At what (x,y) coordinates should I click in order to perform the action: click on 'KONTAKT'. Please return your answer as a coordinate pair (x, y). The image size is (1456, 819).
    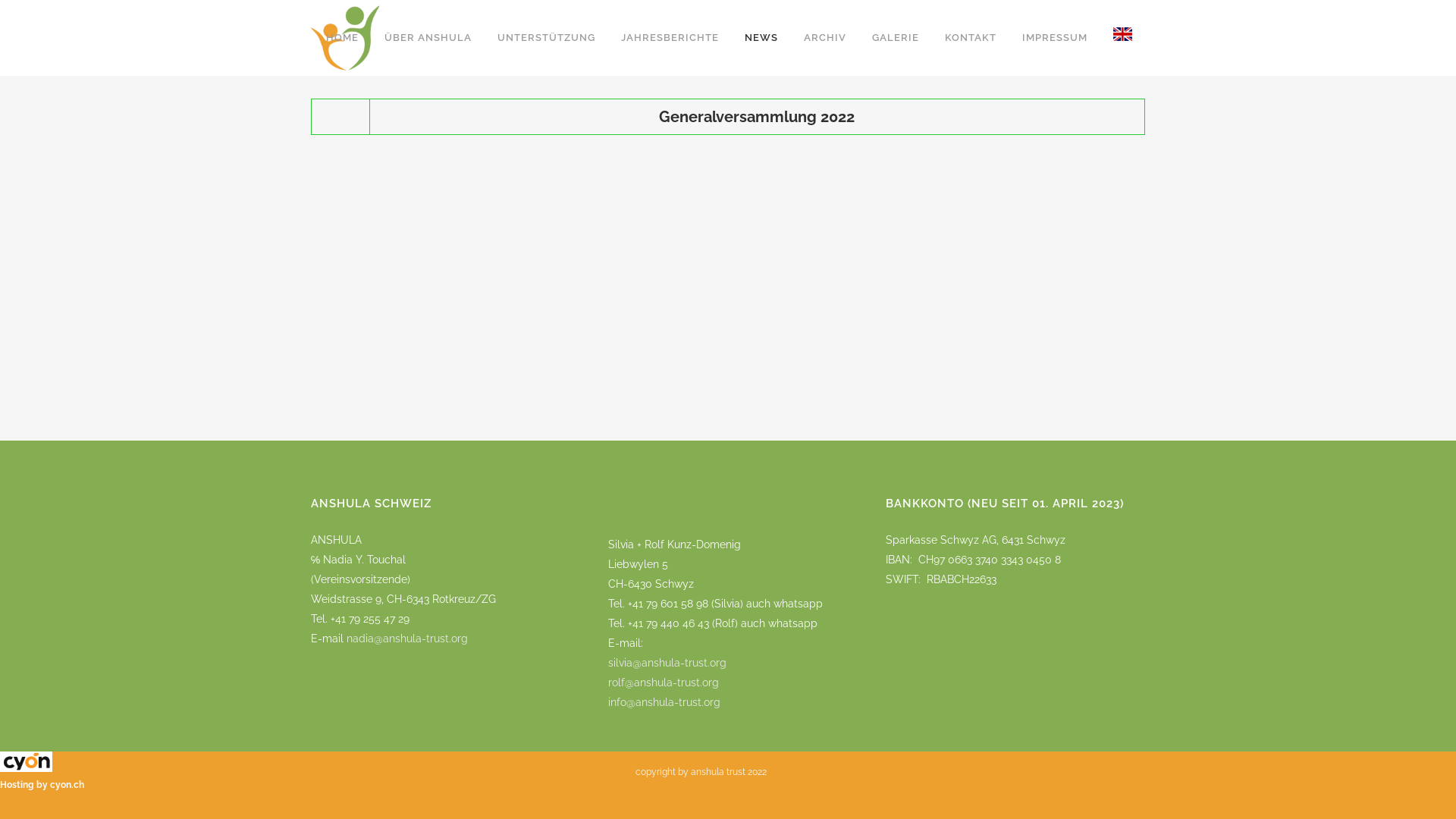
    Looking at the image, I should click on (971, 37).